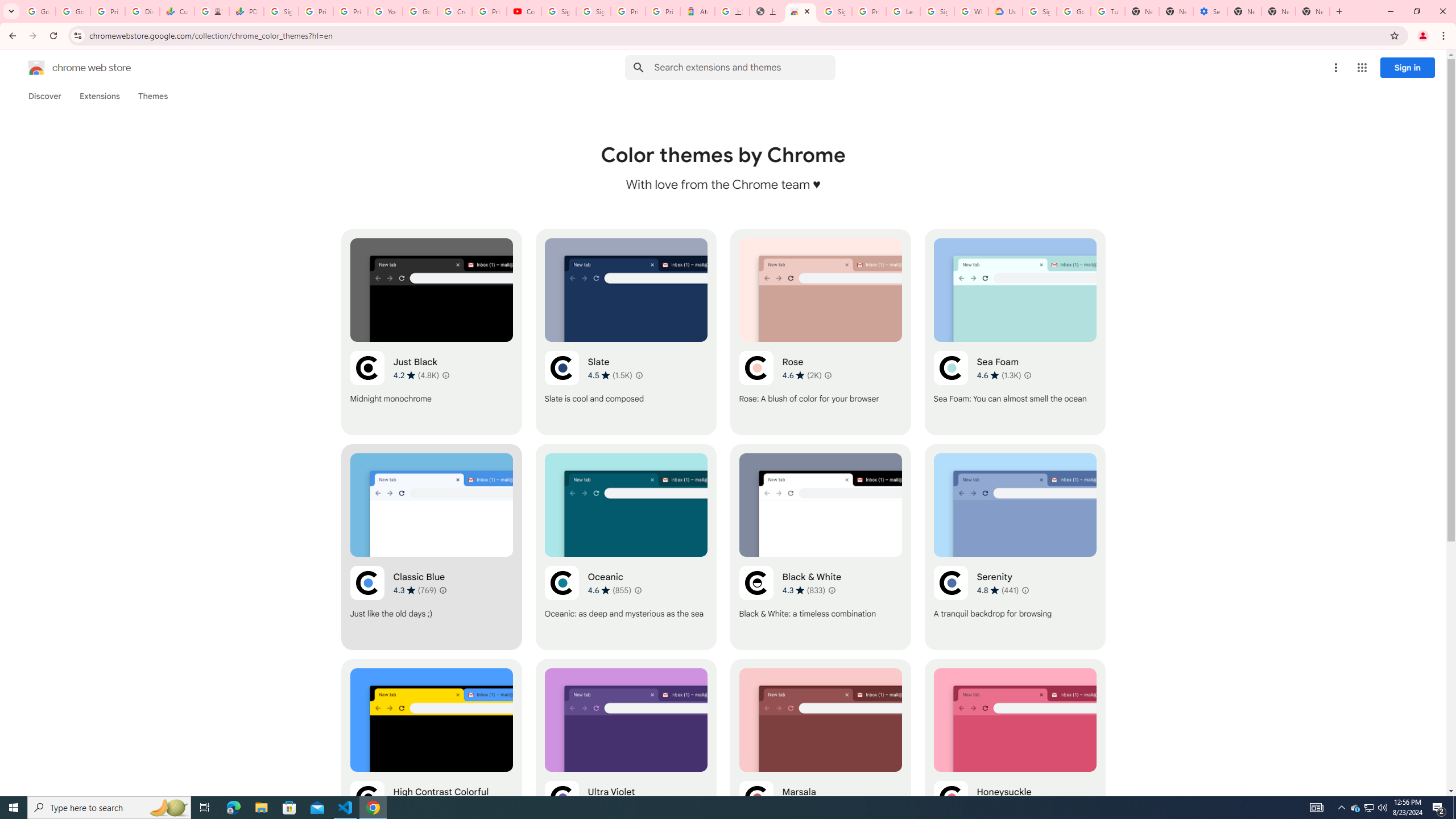 The height and width of the screenshot is (819, 1456). Describe the element at coordinates (804, 590) in the screenshot. I see `'Average rating 4.3 out of 5 stars. 833 ratings.'` at that location.